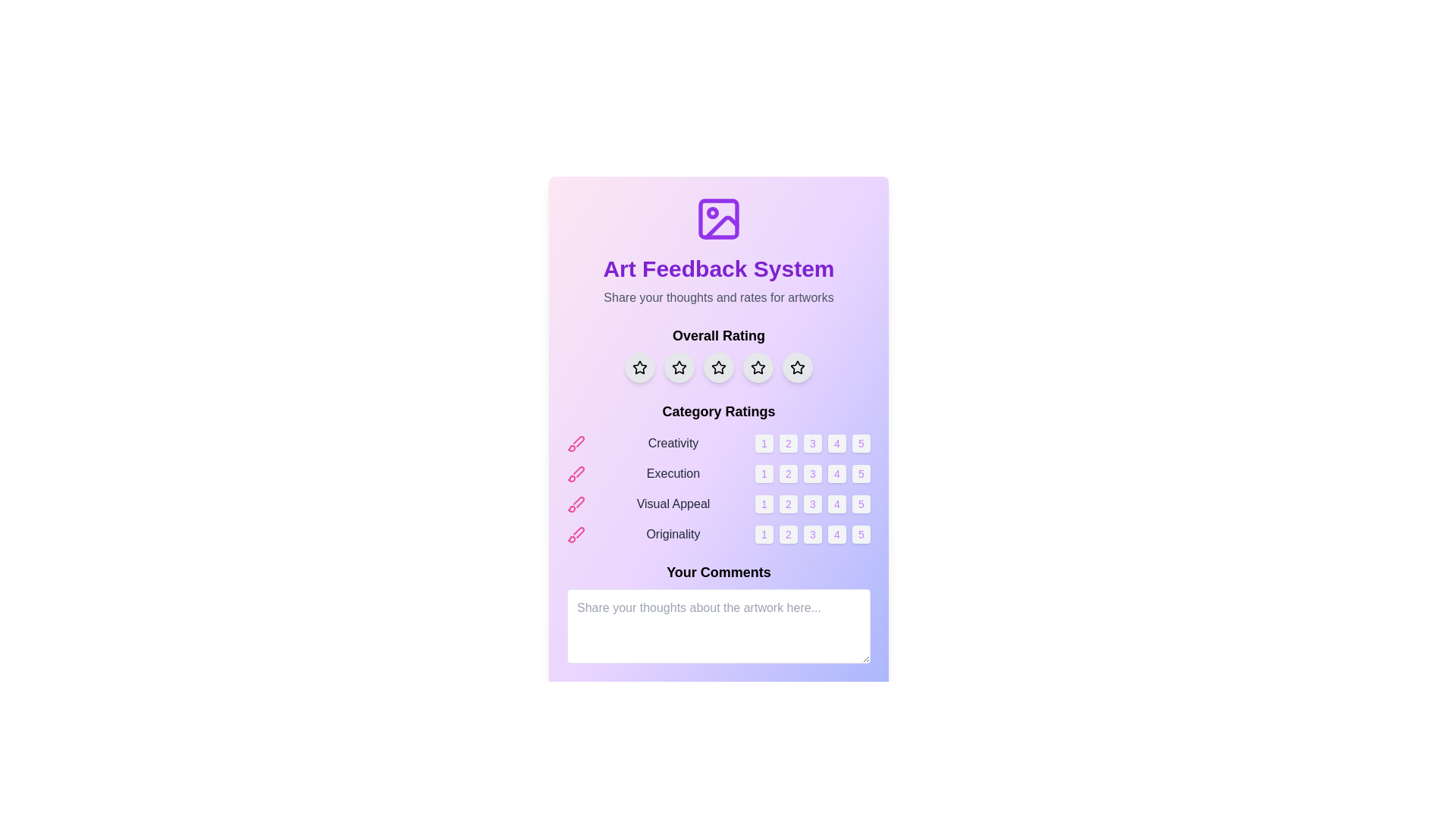 Image resolution: width=1456 pixels, height=819 pixels. I want to click on the icon that represents the theme of the application related to images or artworks, located at the top center above the 'Art Feedback System' title, so click(718, 219).